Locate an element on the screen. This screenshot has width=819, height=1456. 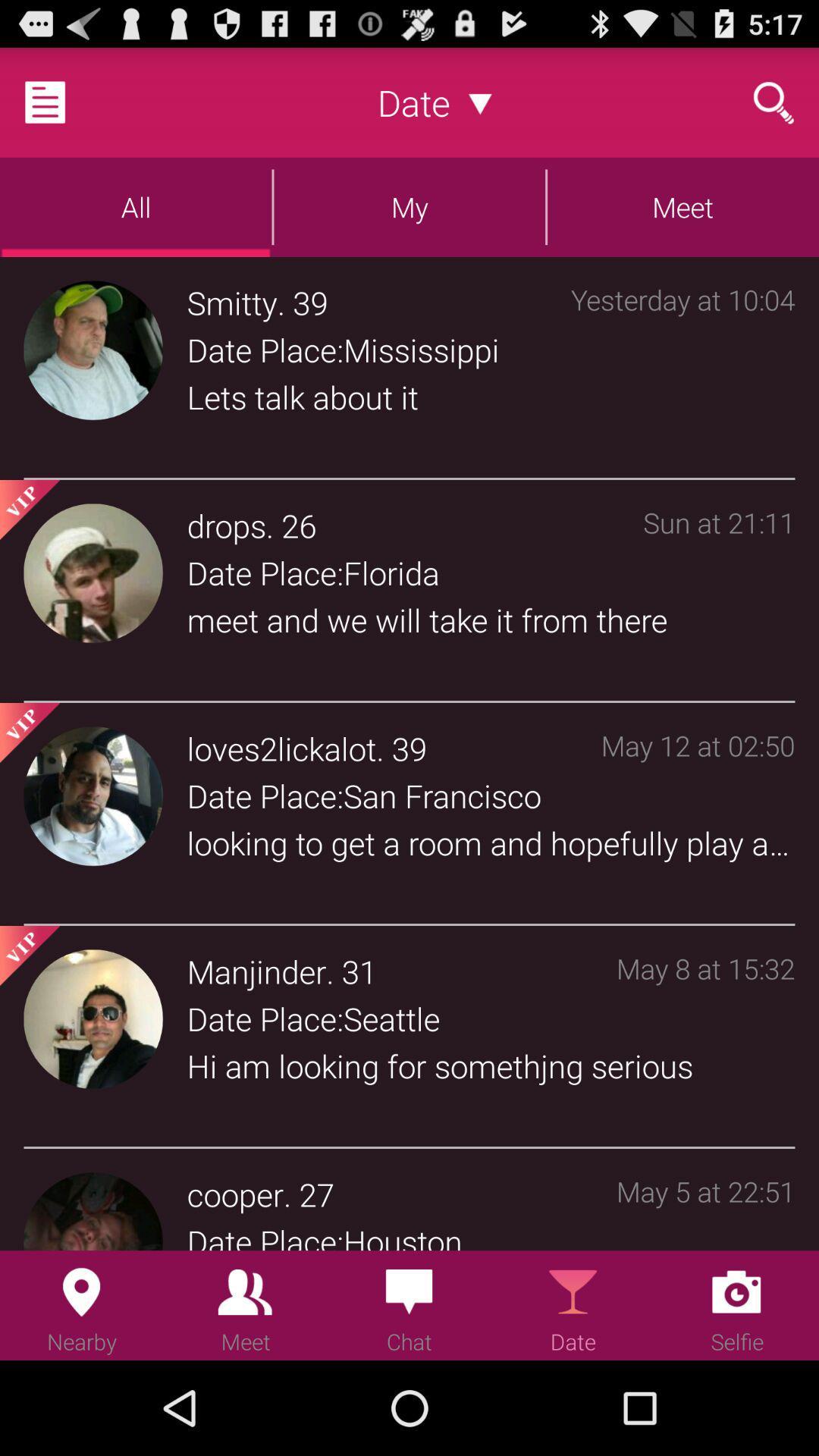
the icon next to the date place:mississippi item is located at coordinates (682, 371).